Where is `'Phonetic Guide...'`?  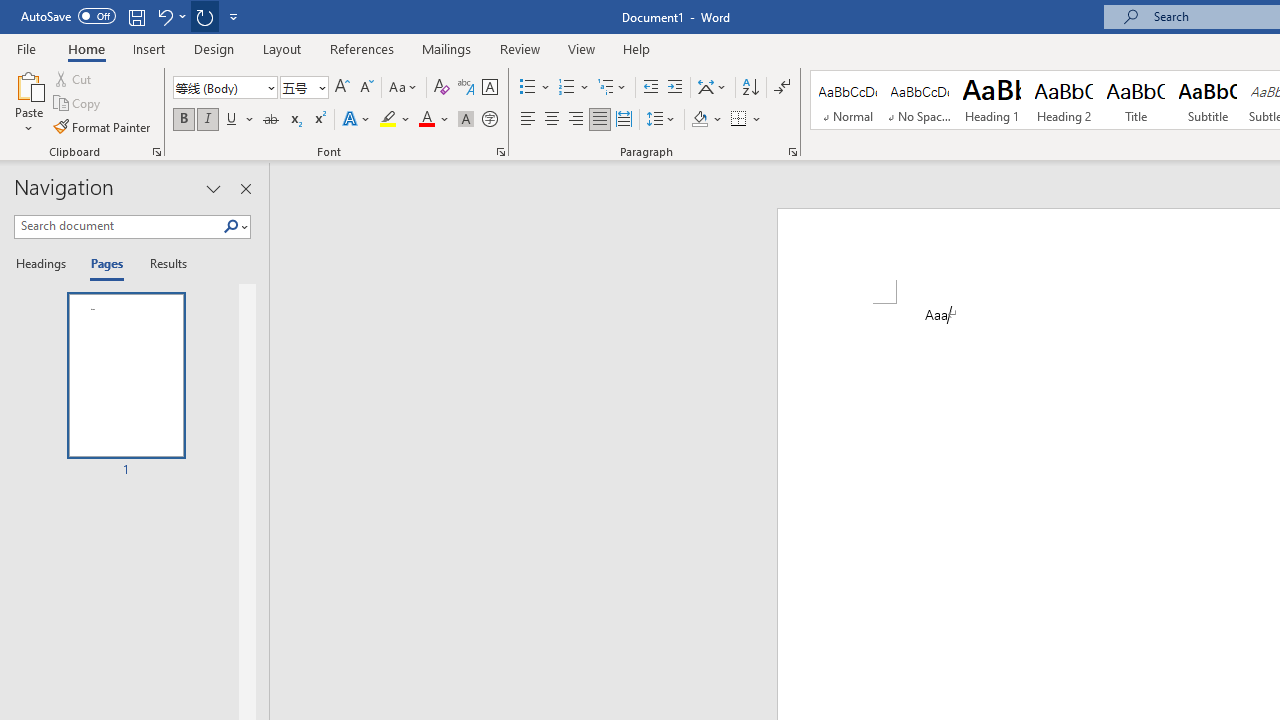
'Phonetic Guide...' is located at coordinates (464, 86).